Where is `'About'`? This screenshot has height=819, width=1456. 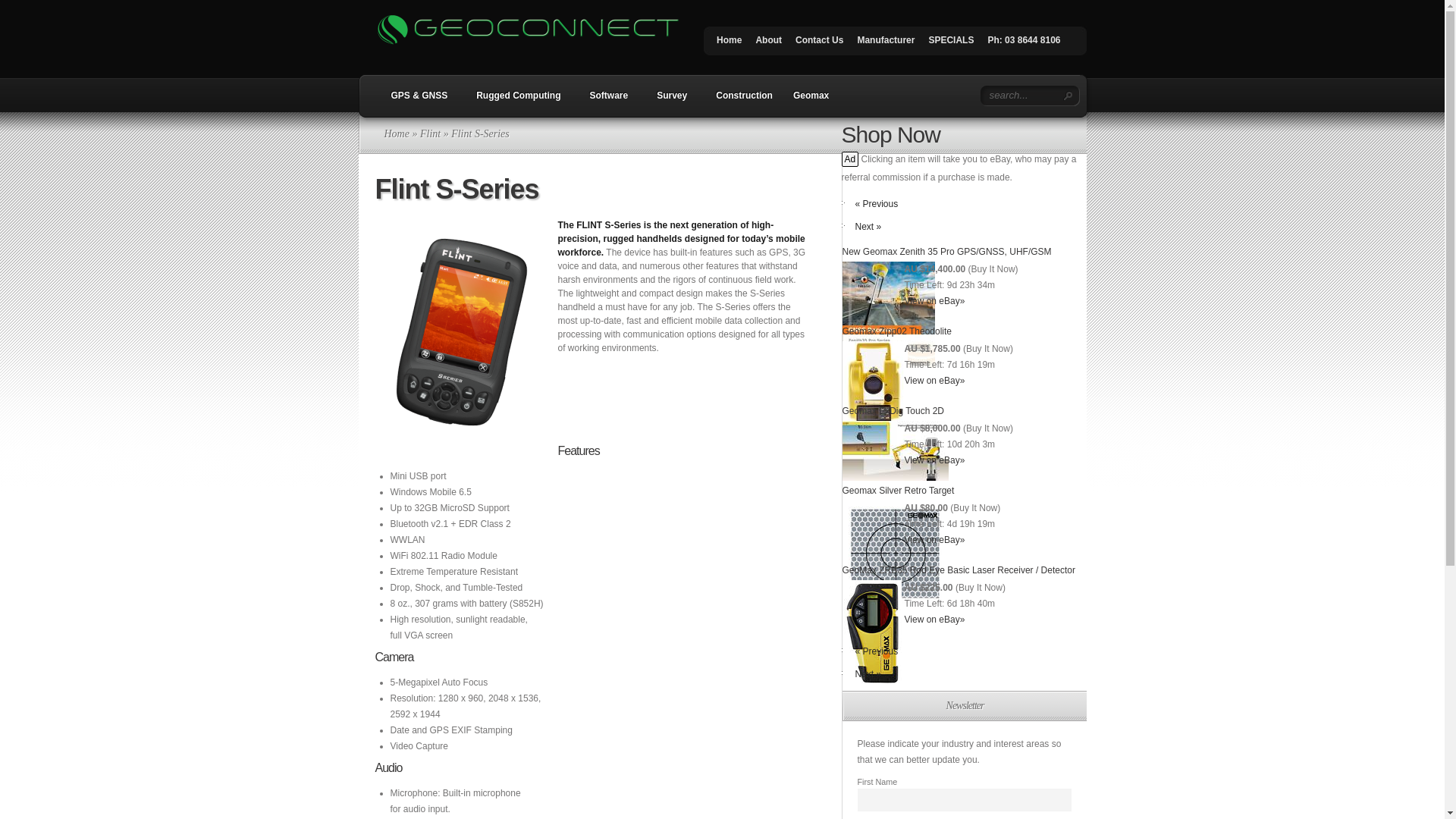
'About' is located at coordinates (748, 42).